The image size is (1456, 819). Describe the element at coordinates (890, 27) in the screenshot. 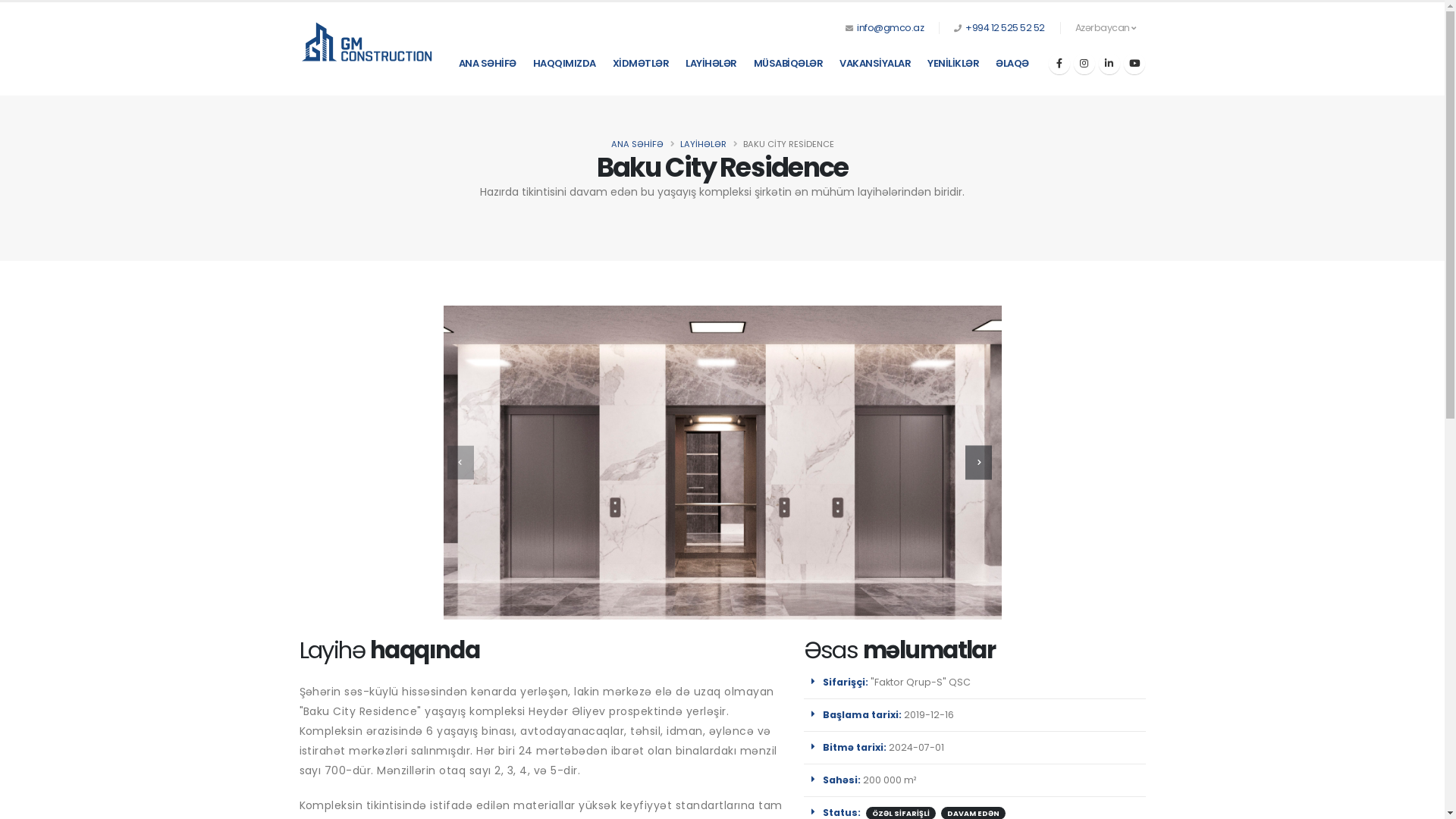

I see `'info@gmco.az'` at that location.